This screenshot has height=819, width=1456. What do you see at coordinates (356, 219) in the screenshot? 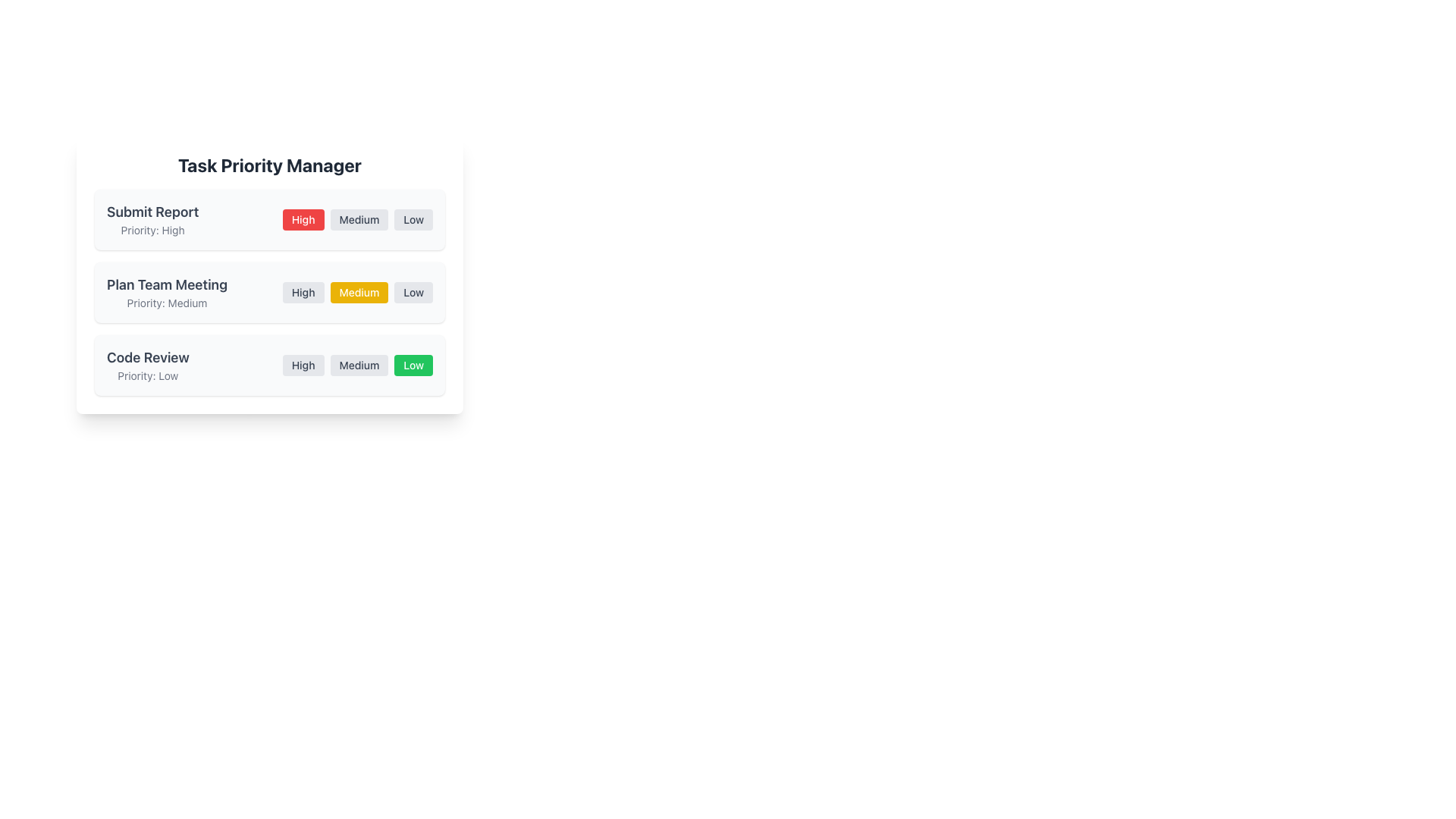
I see `the 'Medium' button in the priority selection button group located under the 'Submit Report' heading` at bounding box center [356, 219].